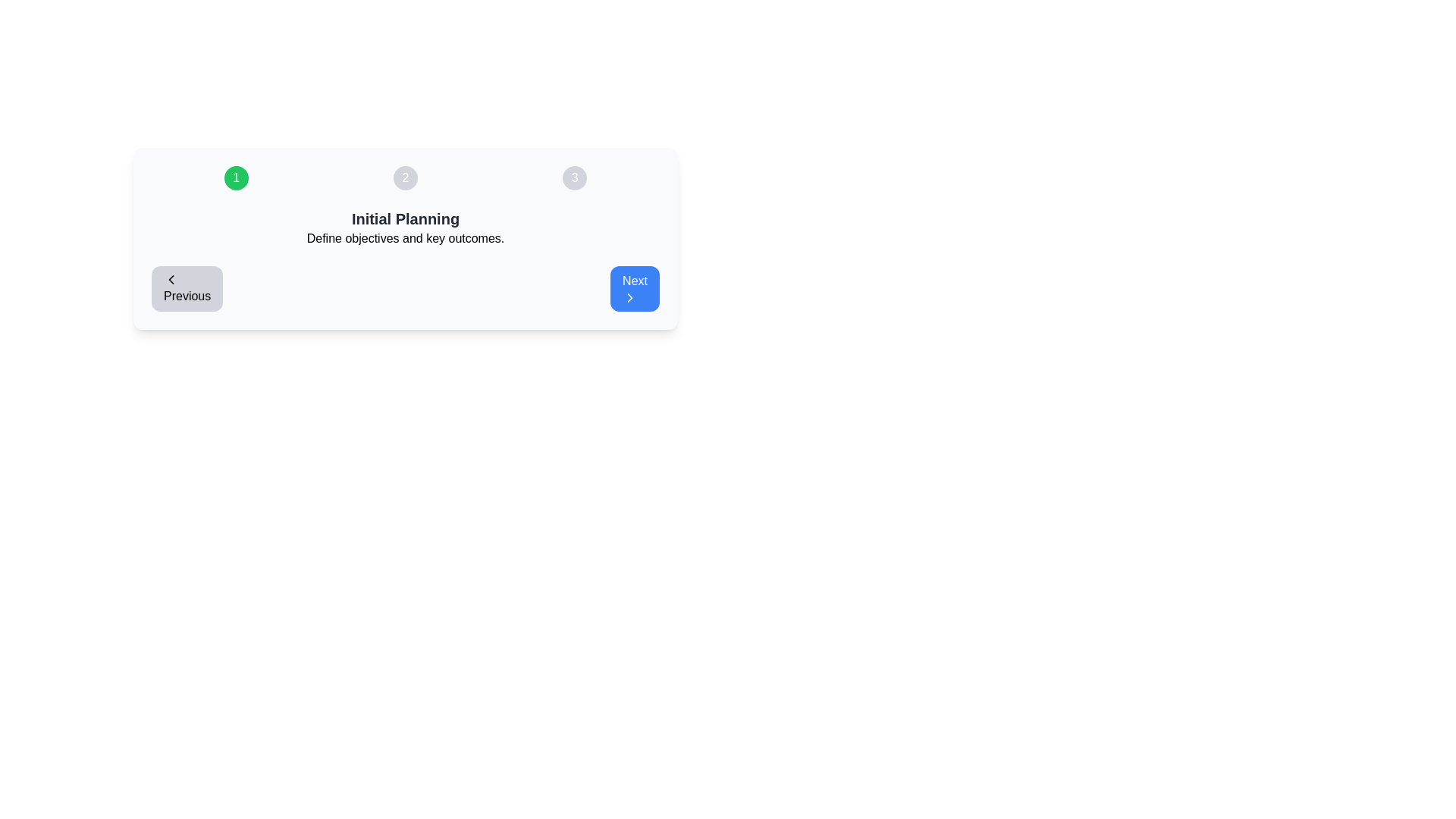  What do you see at coordinates (574, 177) in the screenshot?
I see `the third button on the right, which serves as an indicator for the third step in a multi-step process` at bounding box center [574, 177].